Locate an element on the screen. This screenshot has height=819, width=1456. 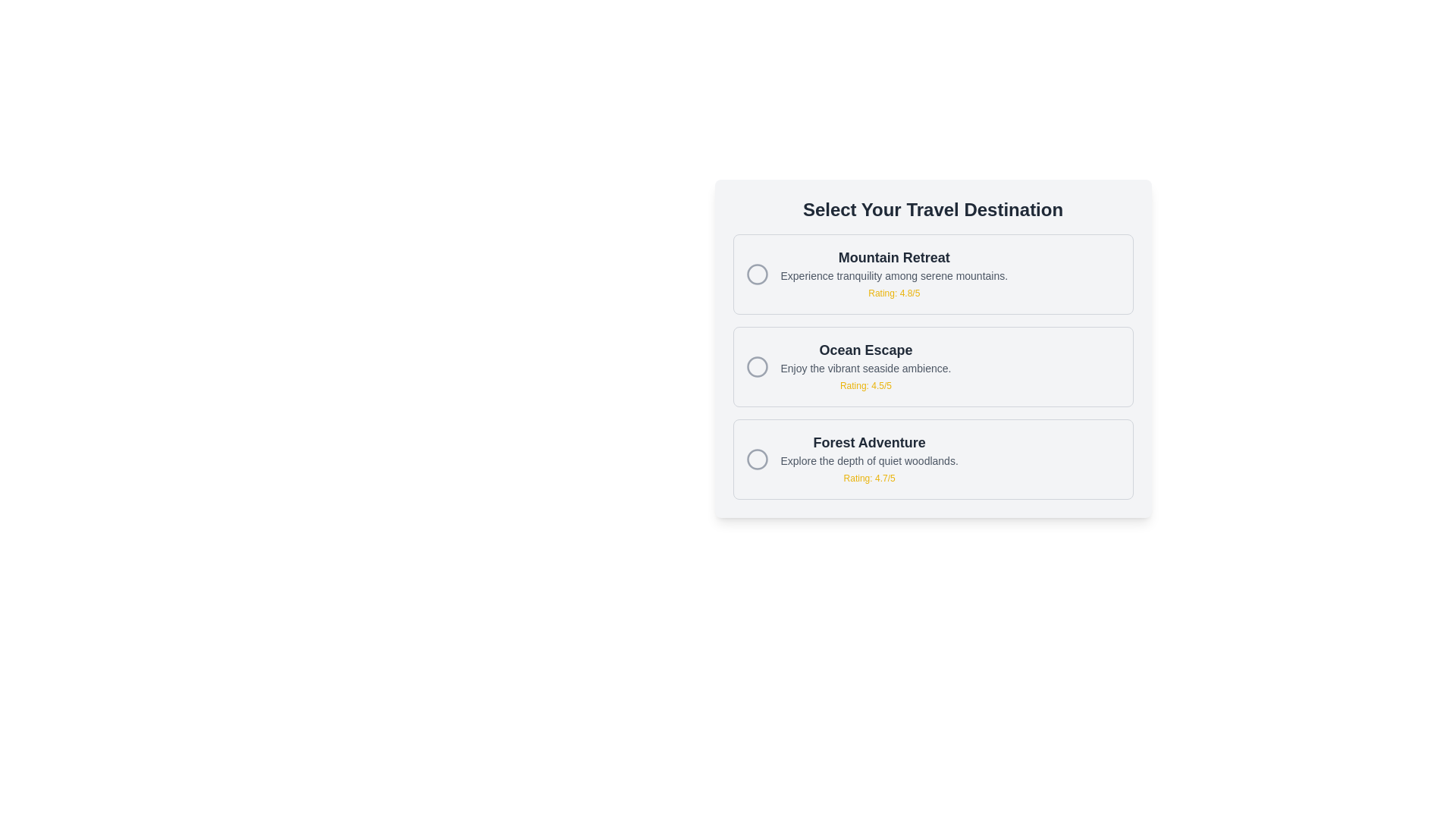
the selectable list item for 'Forest Adventure' is located at coordinates (932, 458).